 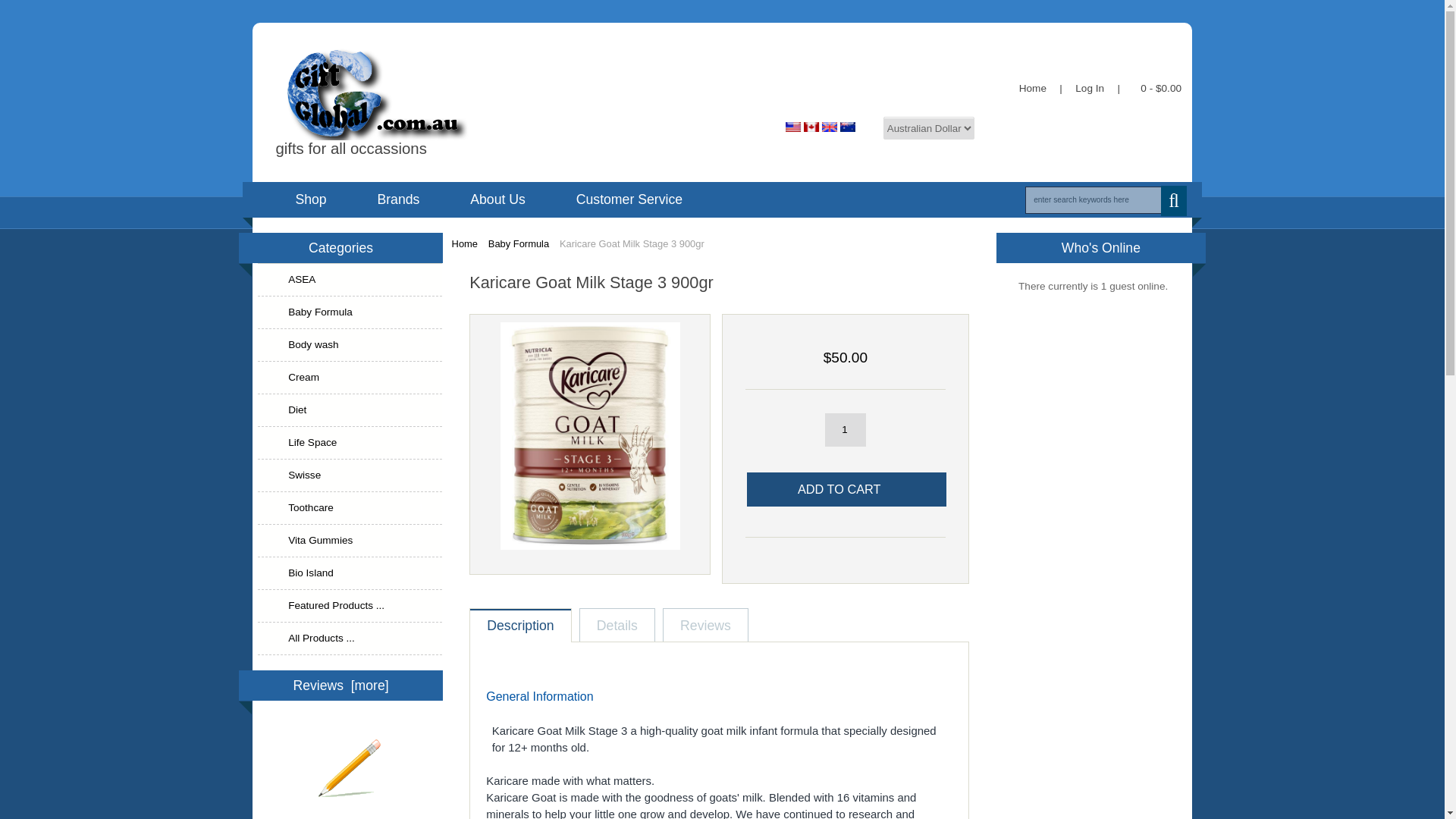 I want to click on 'Brands', so click(x=397, y=198).